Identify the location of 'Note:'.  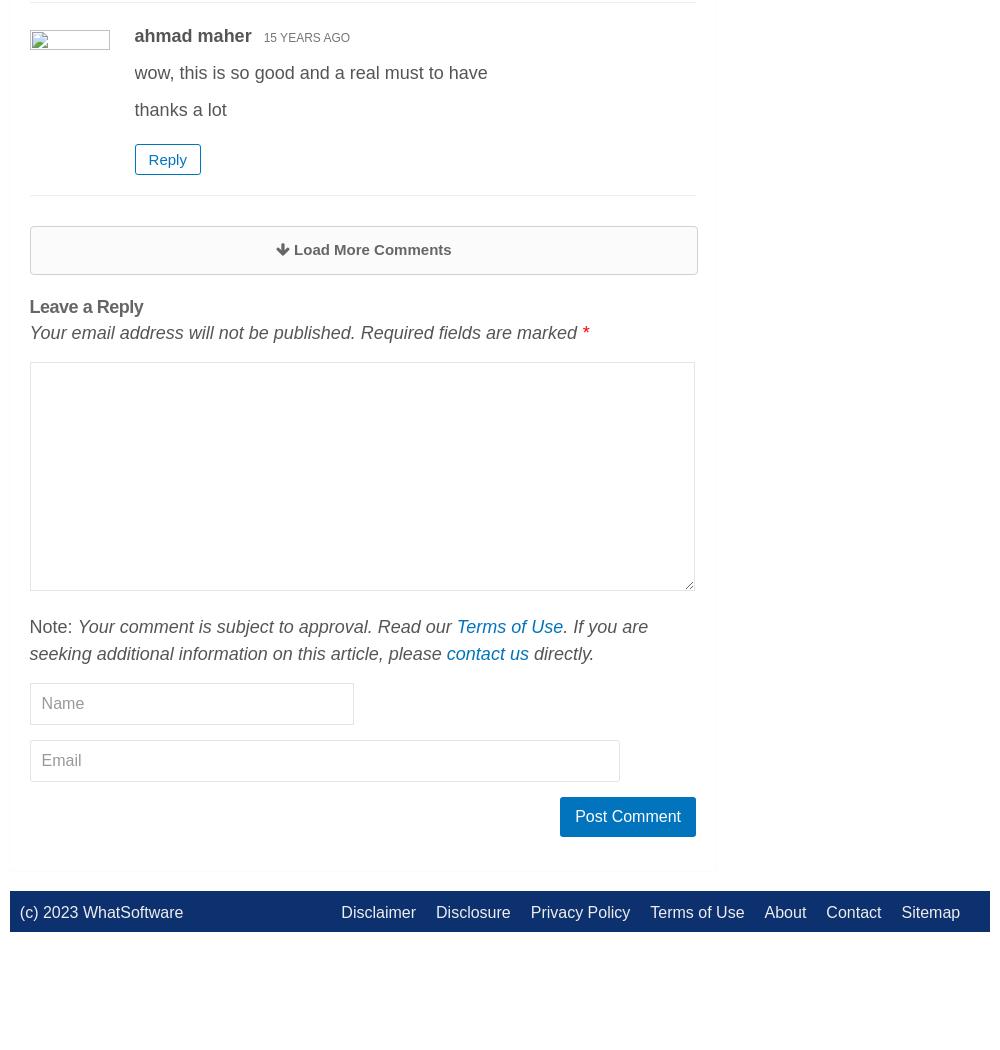
(53, 626).